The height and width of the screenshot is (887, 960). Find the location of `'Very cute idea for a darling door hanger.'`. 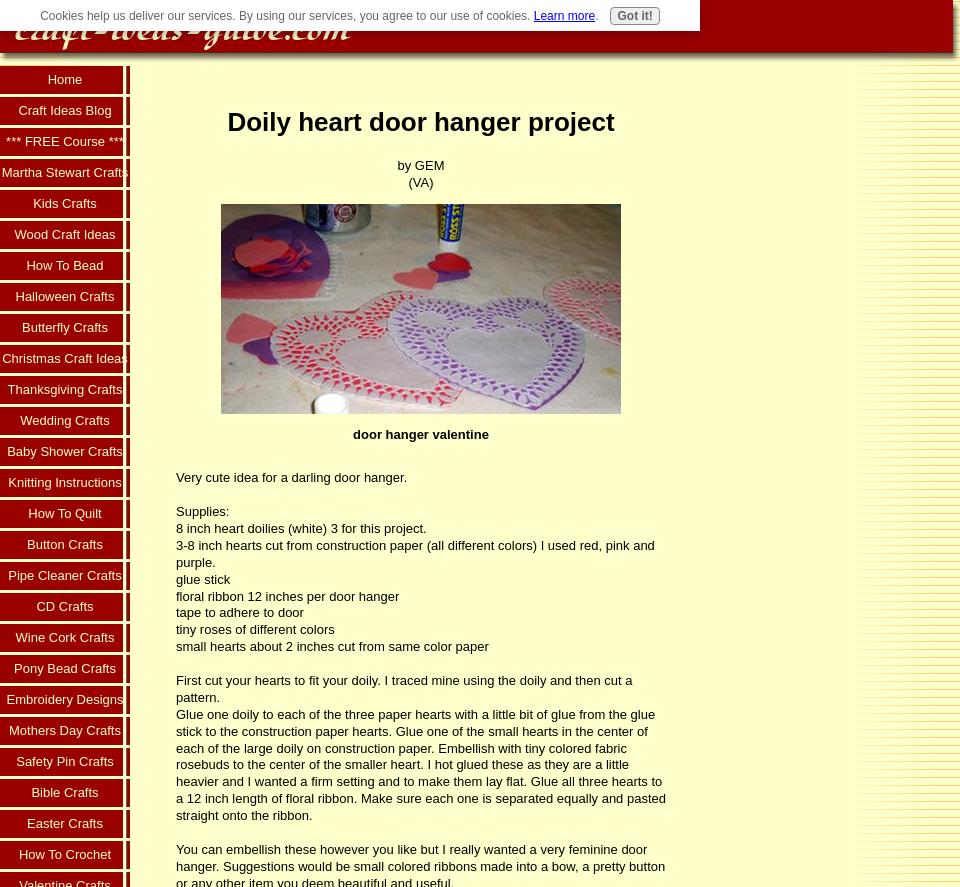

'Very cute idea for a darling door hanger.' is located at coordinates (290, 476).